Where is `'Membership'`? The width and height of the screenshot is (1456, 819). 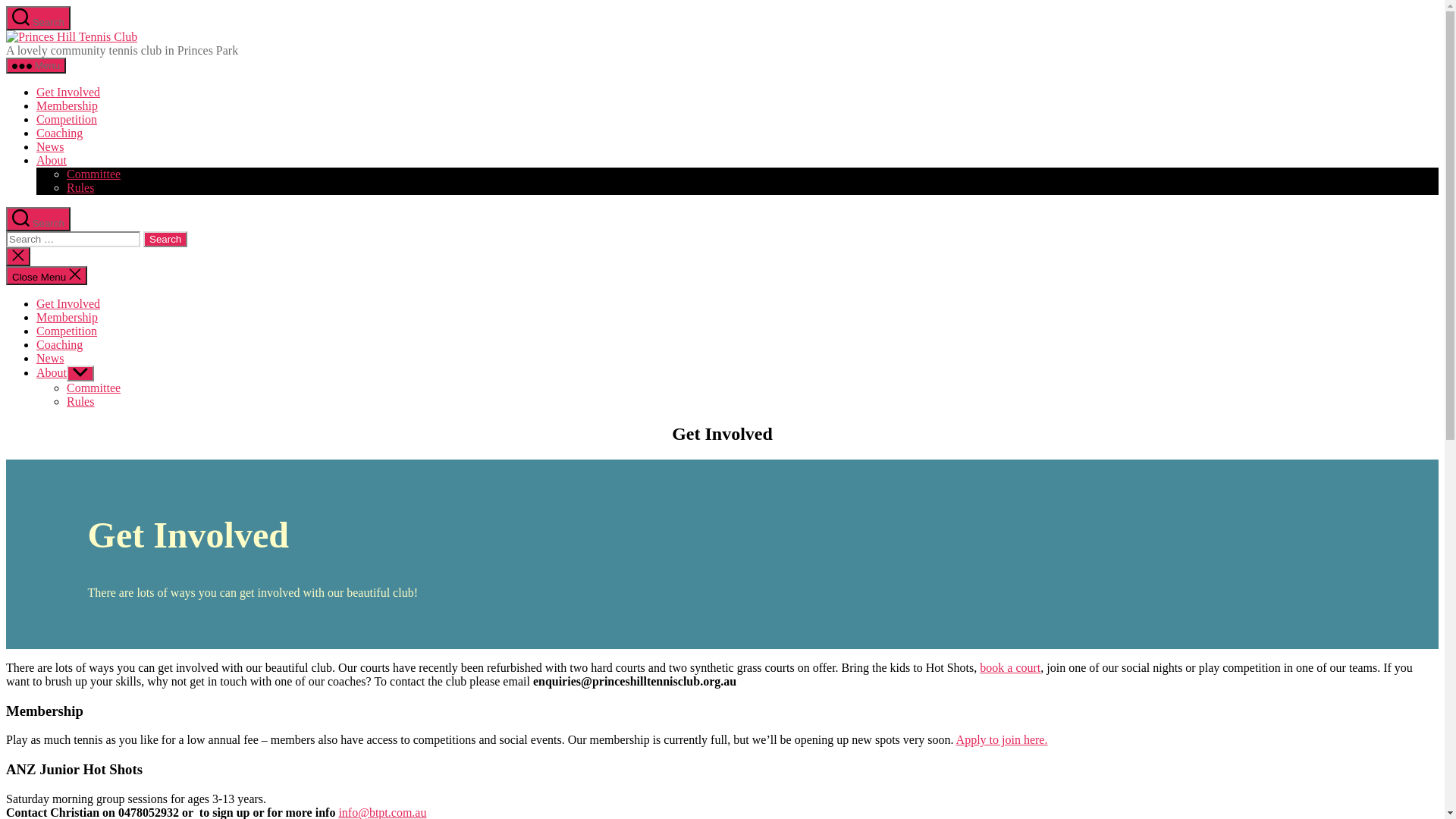
'Membership' is located at coordinates (66, 105).